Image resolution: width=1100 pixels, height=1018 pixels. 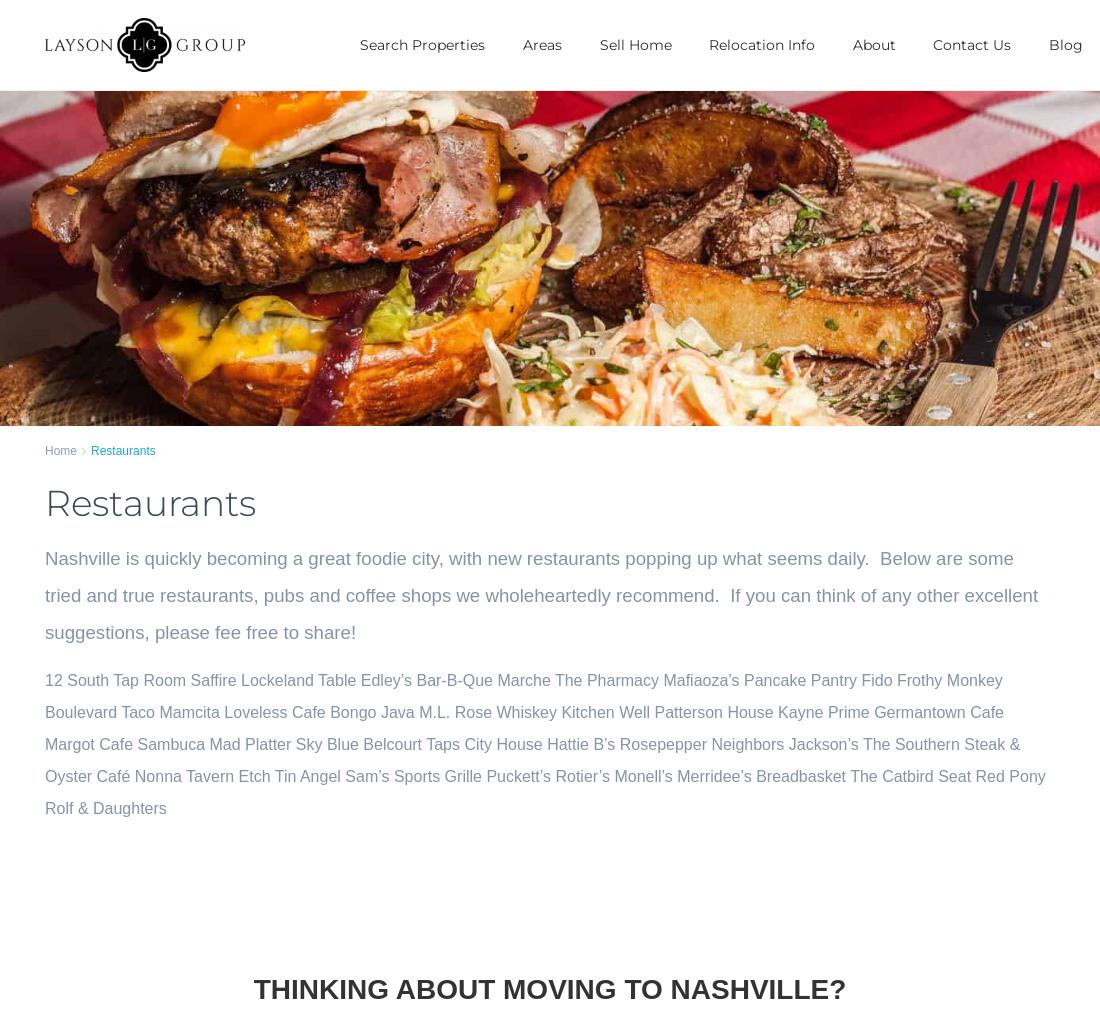 I want to click on 'About Us', so click(x=880, y=78).